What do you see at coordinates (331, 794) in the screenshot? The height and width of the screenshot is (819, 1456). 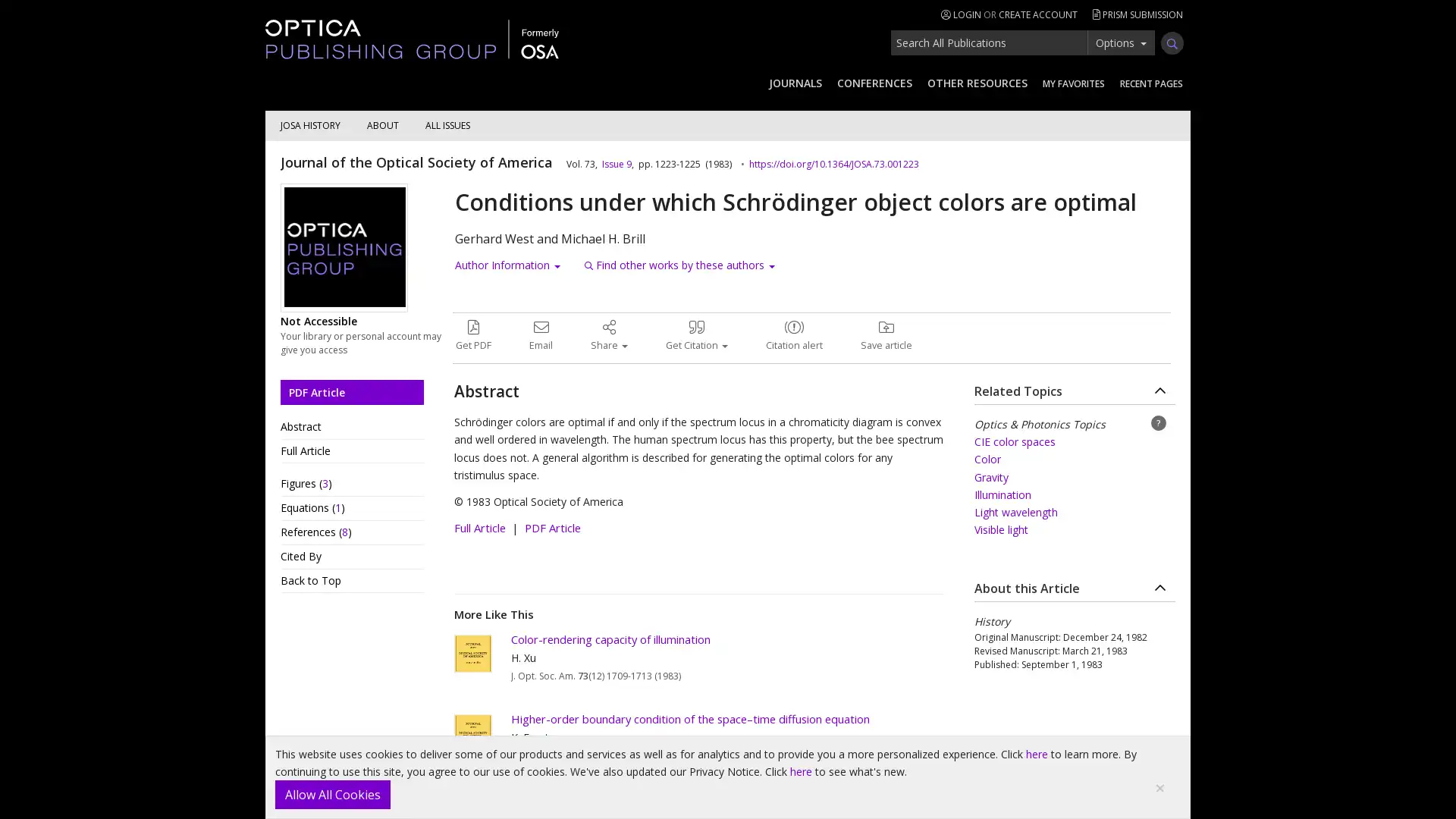 I see `close` at bounding box center [331, 794].